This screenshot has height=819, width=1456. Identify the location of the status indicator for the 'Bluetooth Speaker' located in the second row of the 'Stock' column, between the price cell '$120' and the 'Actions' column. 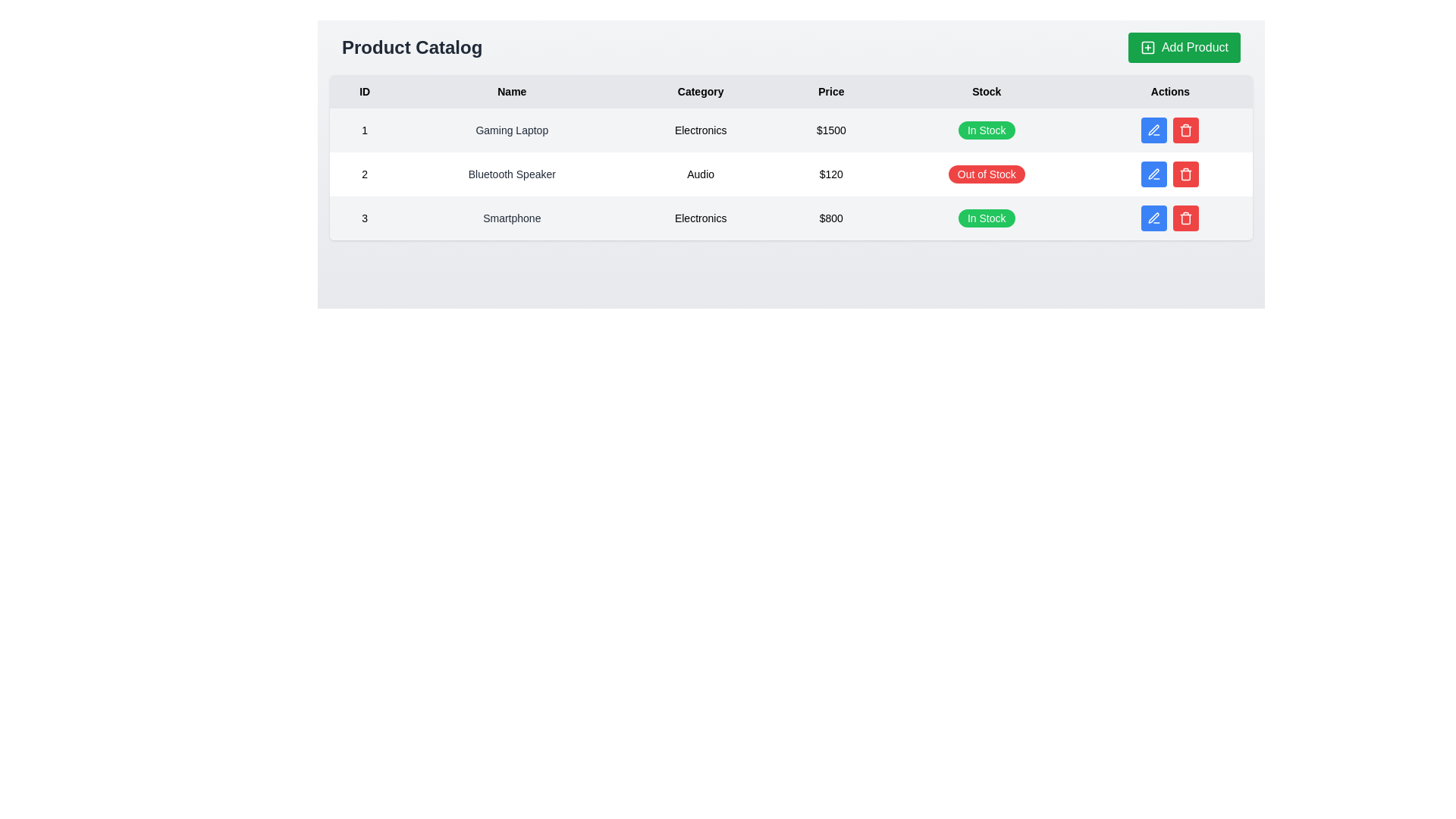
(987, 174).